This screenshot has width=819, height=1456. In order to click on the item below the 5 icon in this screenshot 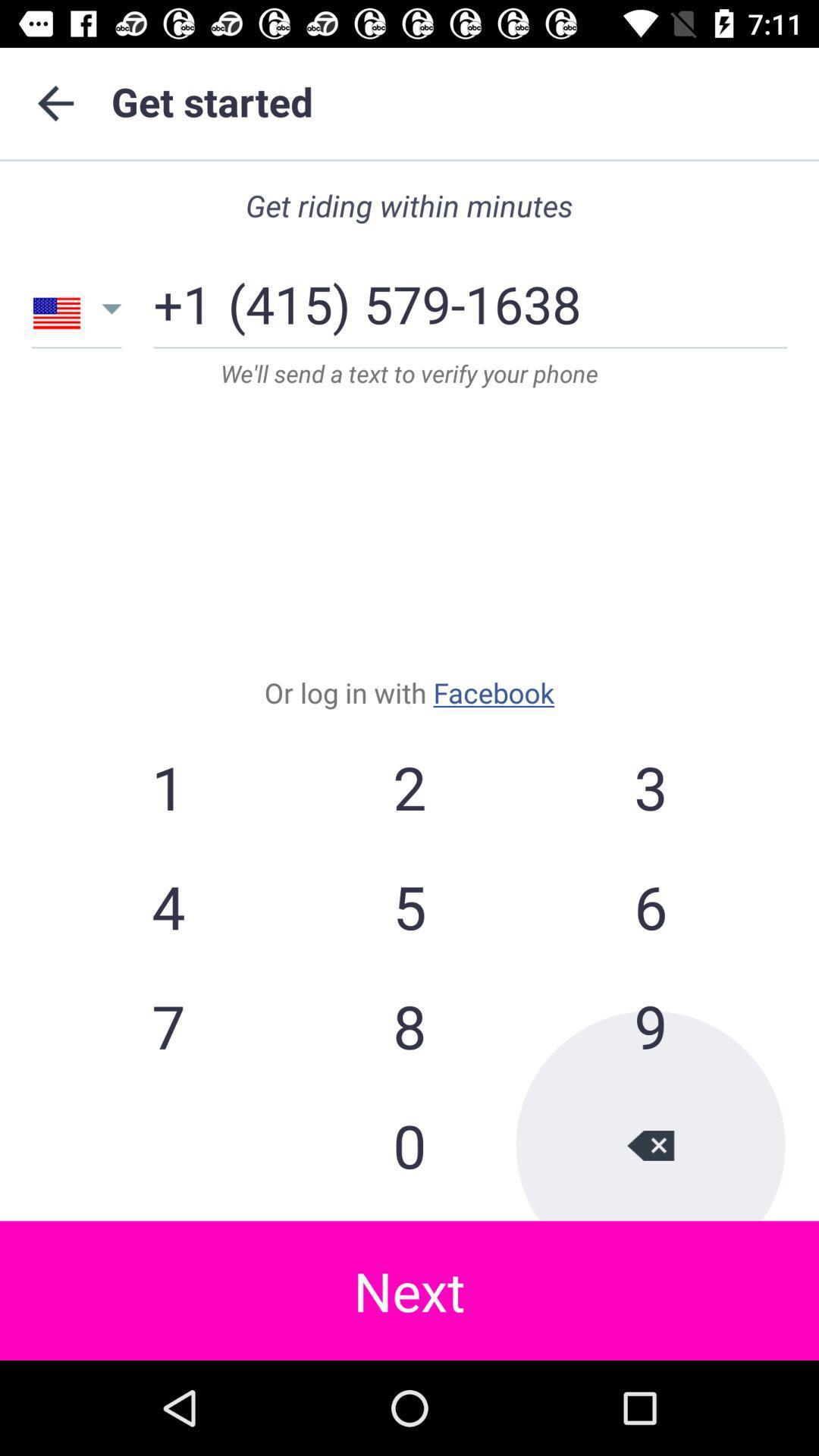, I will do `click(649, 1026)`.